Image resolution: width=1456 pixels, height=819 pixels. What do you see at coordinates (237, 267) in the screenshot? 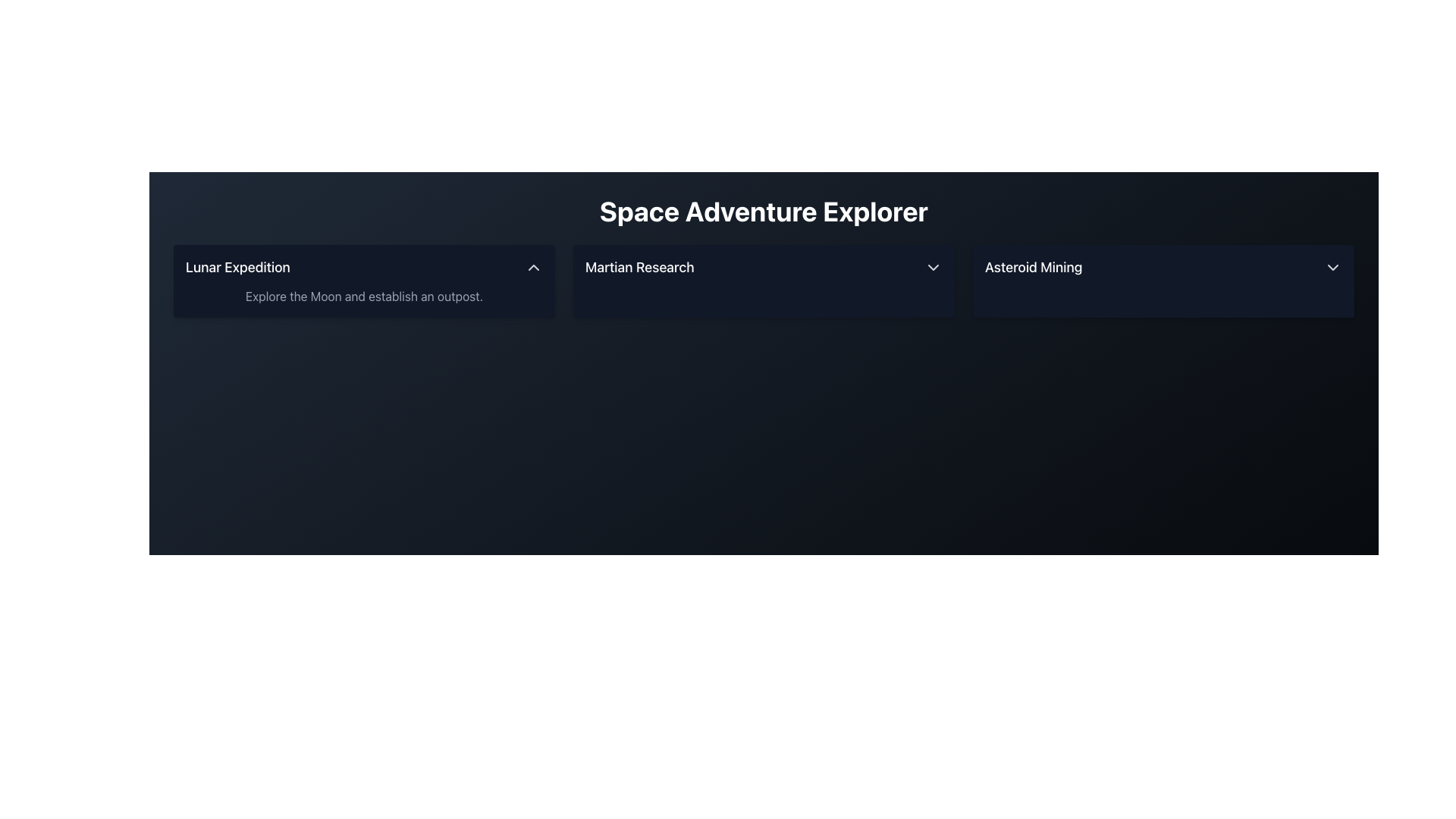
I see `the 'Lunar Expedition' section header` at bounding box center [237, 267].